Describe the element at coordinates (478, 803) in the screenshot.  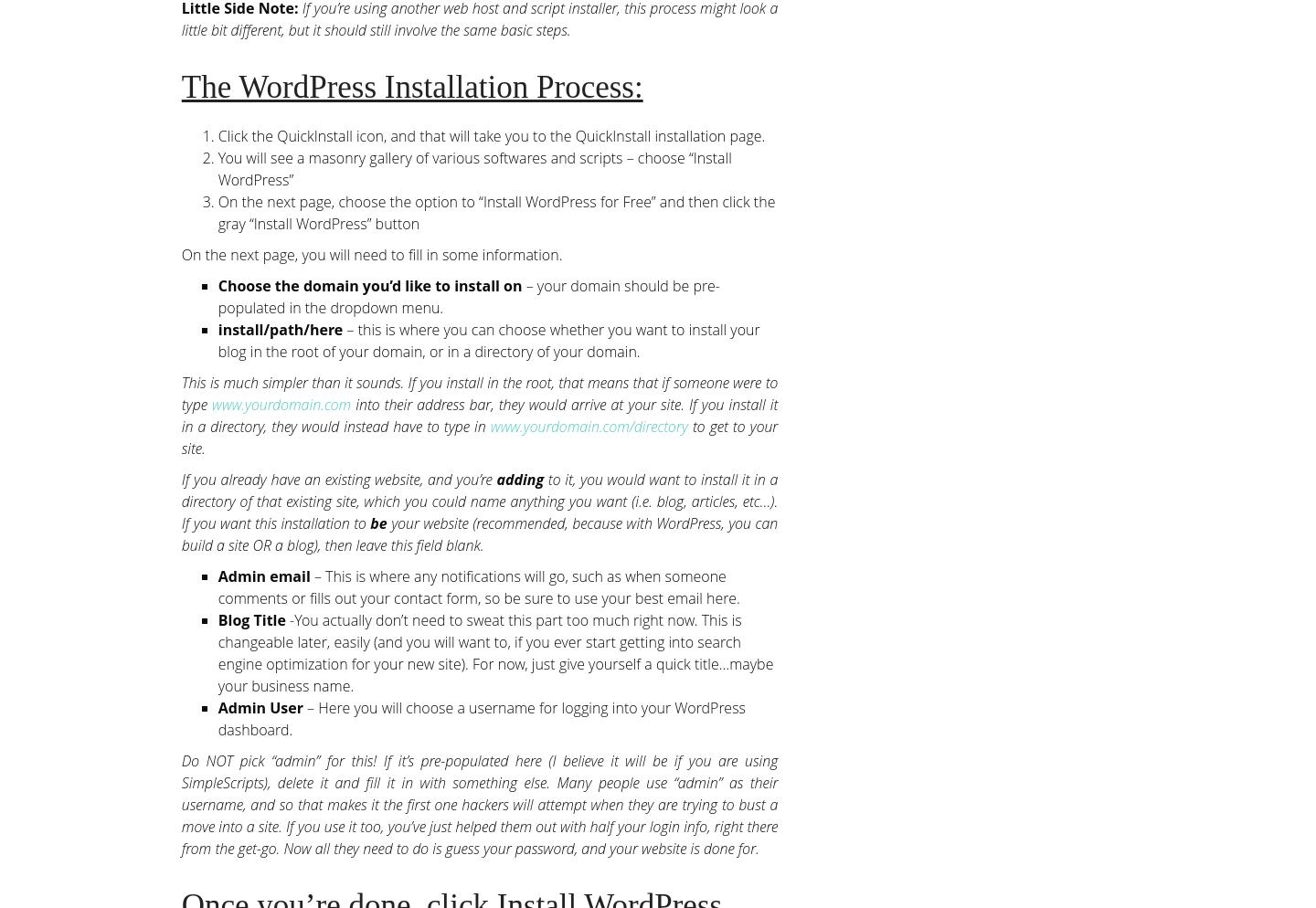
I see `'Do NOT pick “admin” for this! If it’s pre-populated here (I believe it will be if you are using SimpleScripts), delete it and fill it in with something else. Many people use “admin” as their username, and so that makes it the first one hackers will attempt when they are trying to bust a move into a site. If you use it too, you’ve just helped them out with half your login info, right there from the get-go. Now all they need to do is guess your password, and your website is done for.'` at that location.